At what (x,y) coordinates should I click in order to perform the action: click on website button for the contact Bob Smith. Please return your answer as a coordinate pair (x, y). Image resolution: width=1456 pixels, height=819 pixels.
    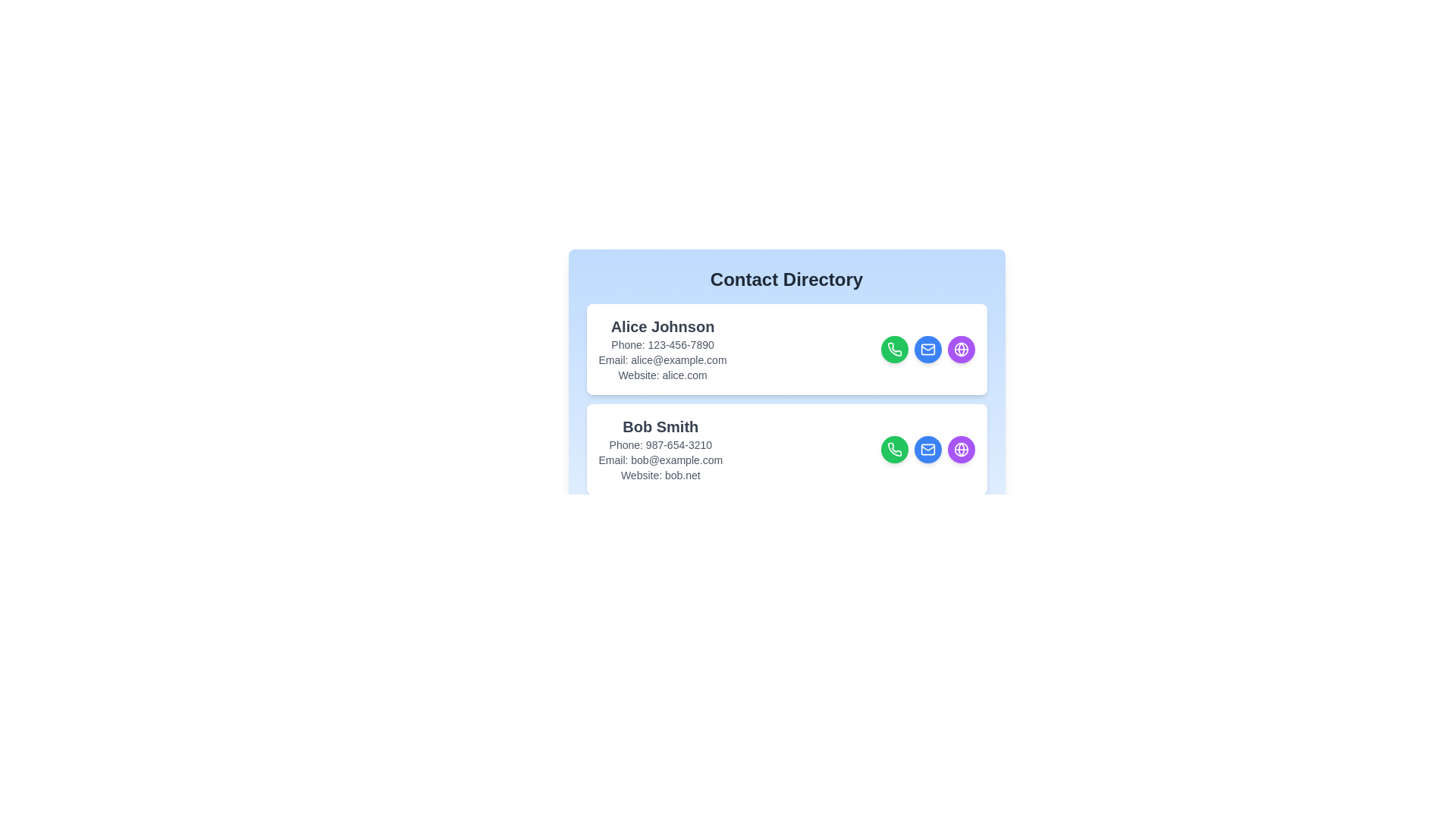
    Looking at the image, I should click on (960, 475).